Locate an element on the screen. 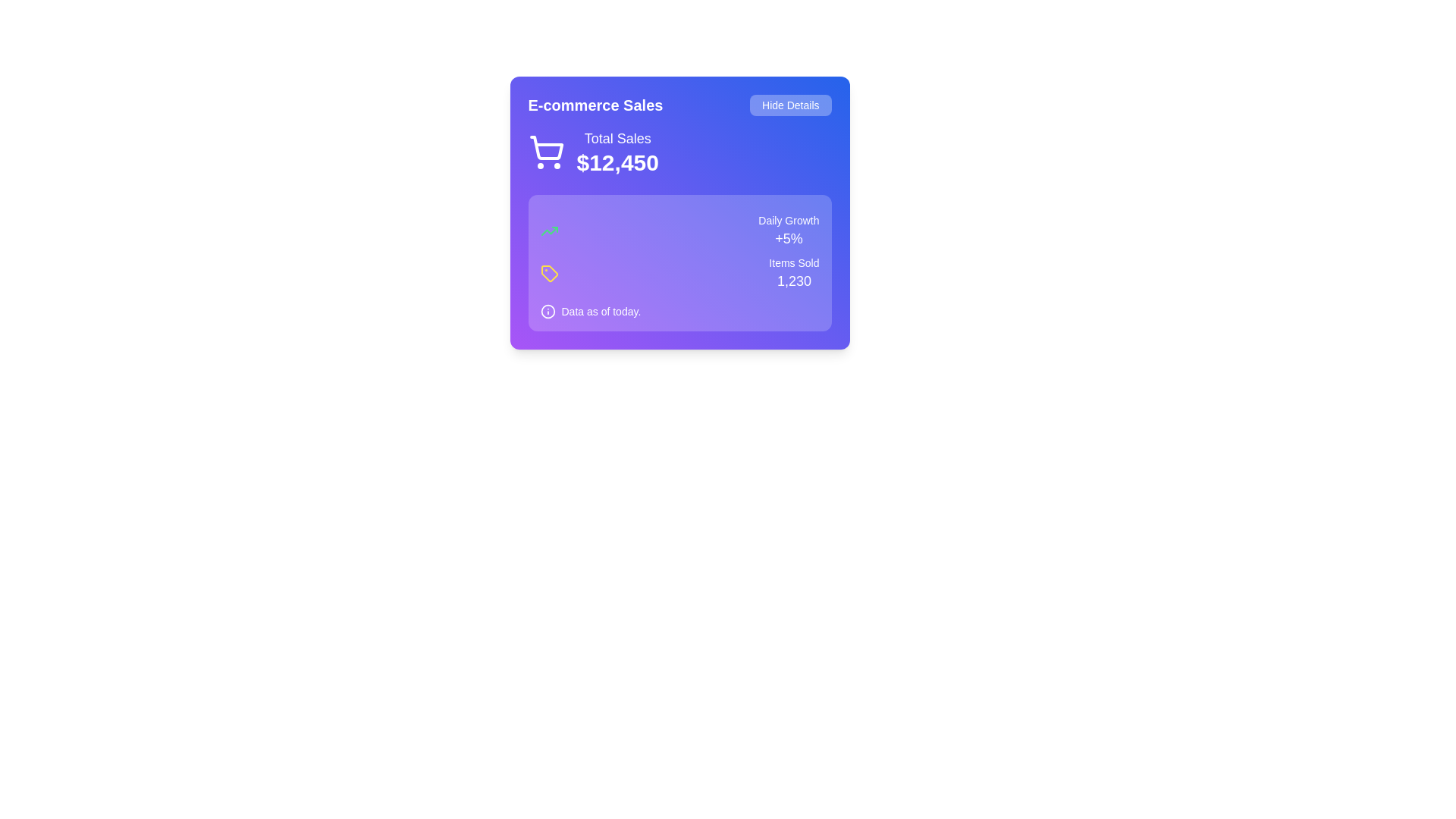 This screenshot has height=819, width=1456. the 'trending up' indicator icon located within the blue card titled 'E-commerce Sales', which visually represents a positive trend above the text 'Daily Growth +5%' is located at coordinates (548, 231).